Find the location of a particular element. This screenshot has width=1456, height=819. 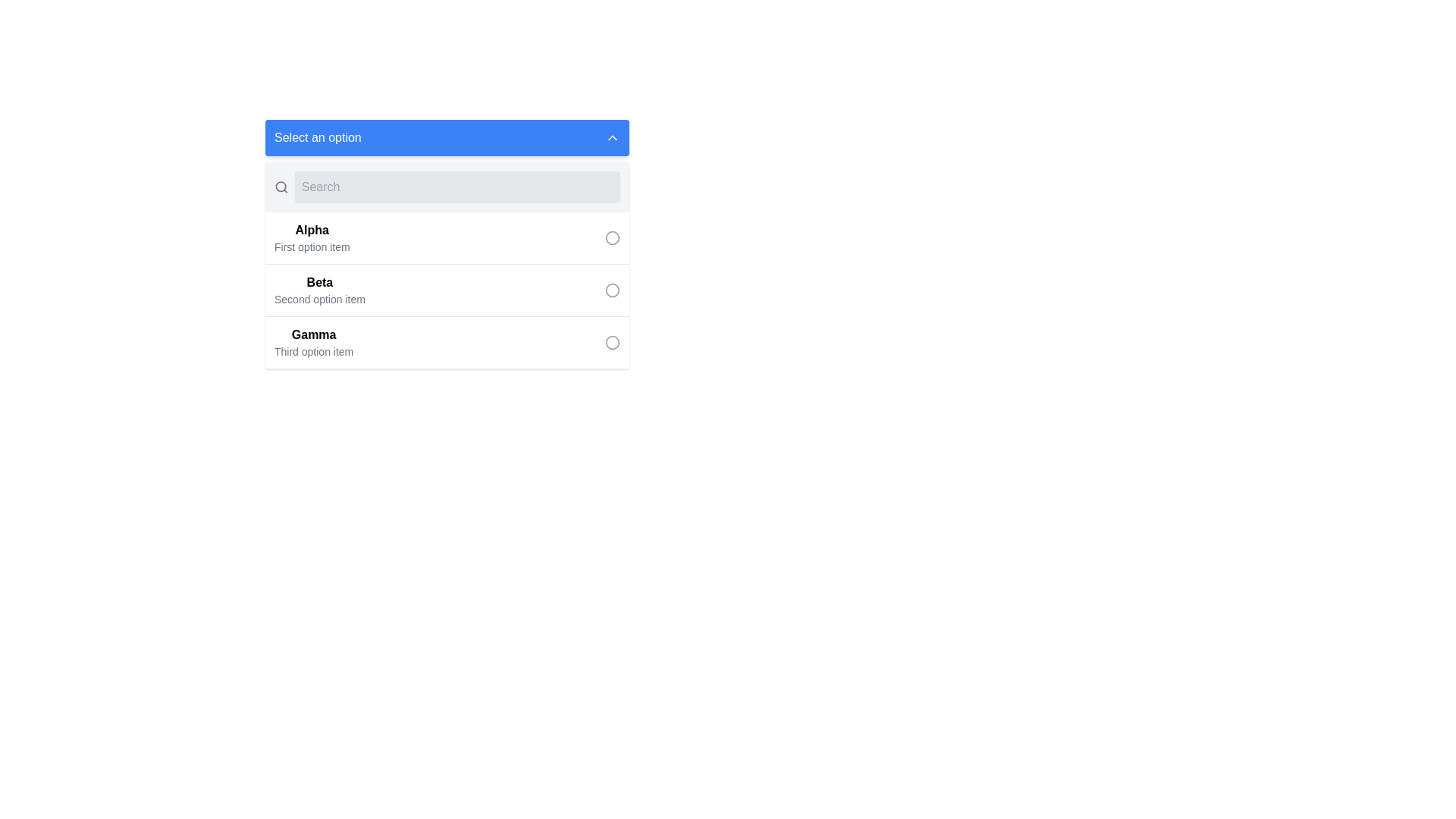

the radio button element for the 'Alpha' option located towards the right end of the first option row in the selection group is located at coordinates (612, 237).